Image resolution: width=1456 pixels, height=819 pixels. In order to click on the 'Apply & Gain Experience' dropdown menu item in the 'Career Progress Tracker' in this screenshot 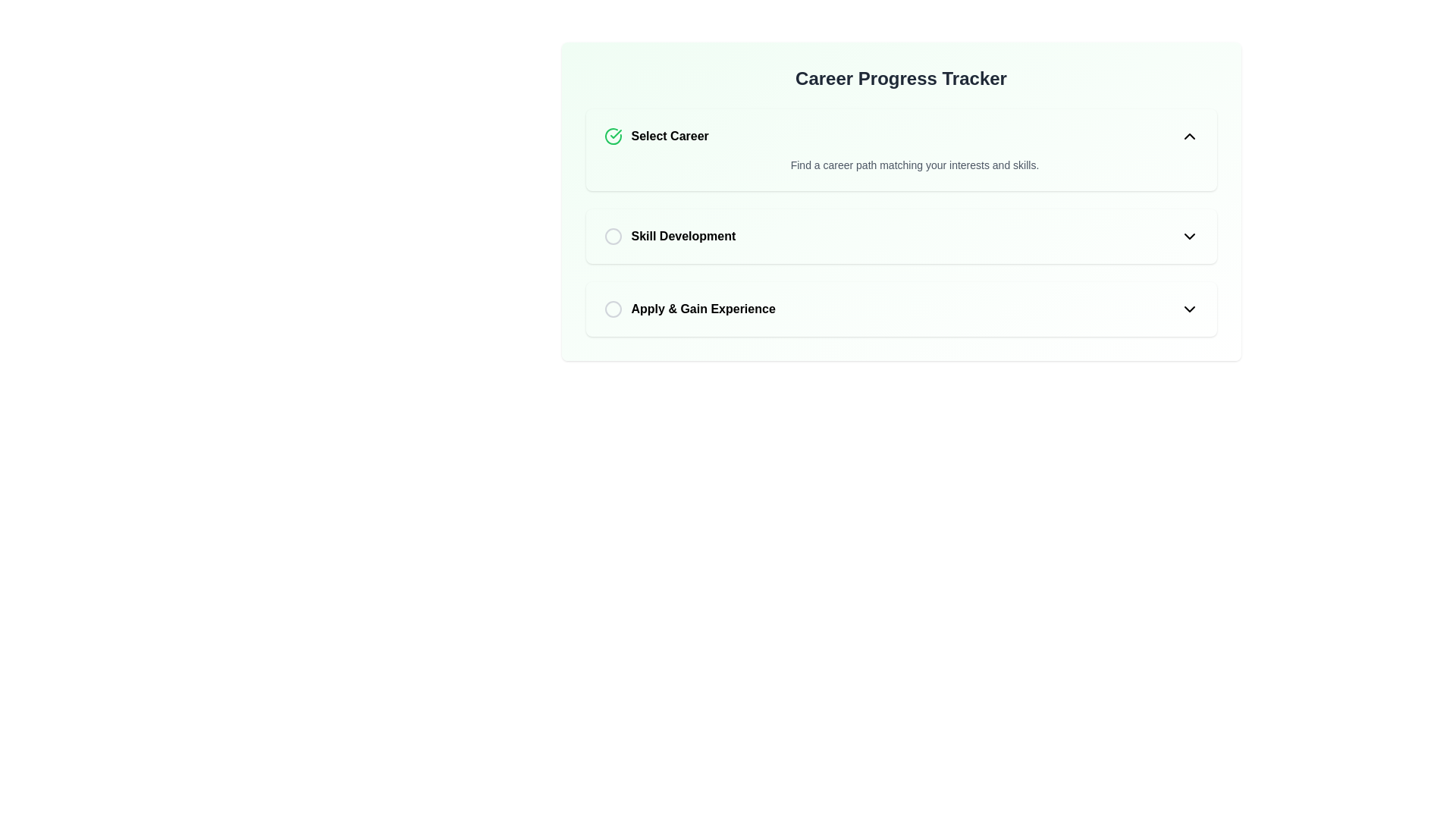, I will do `click(901, 309)`.